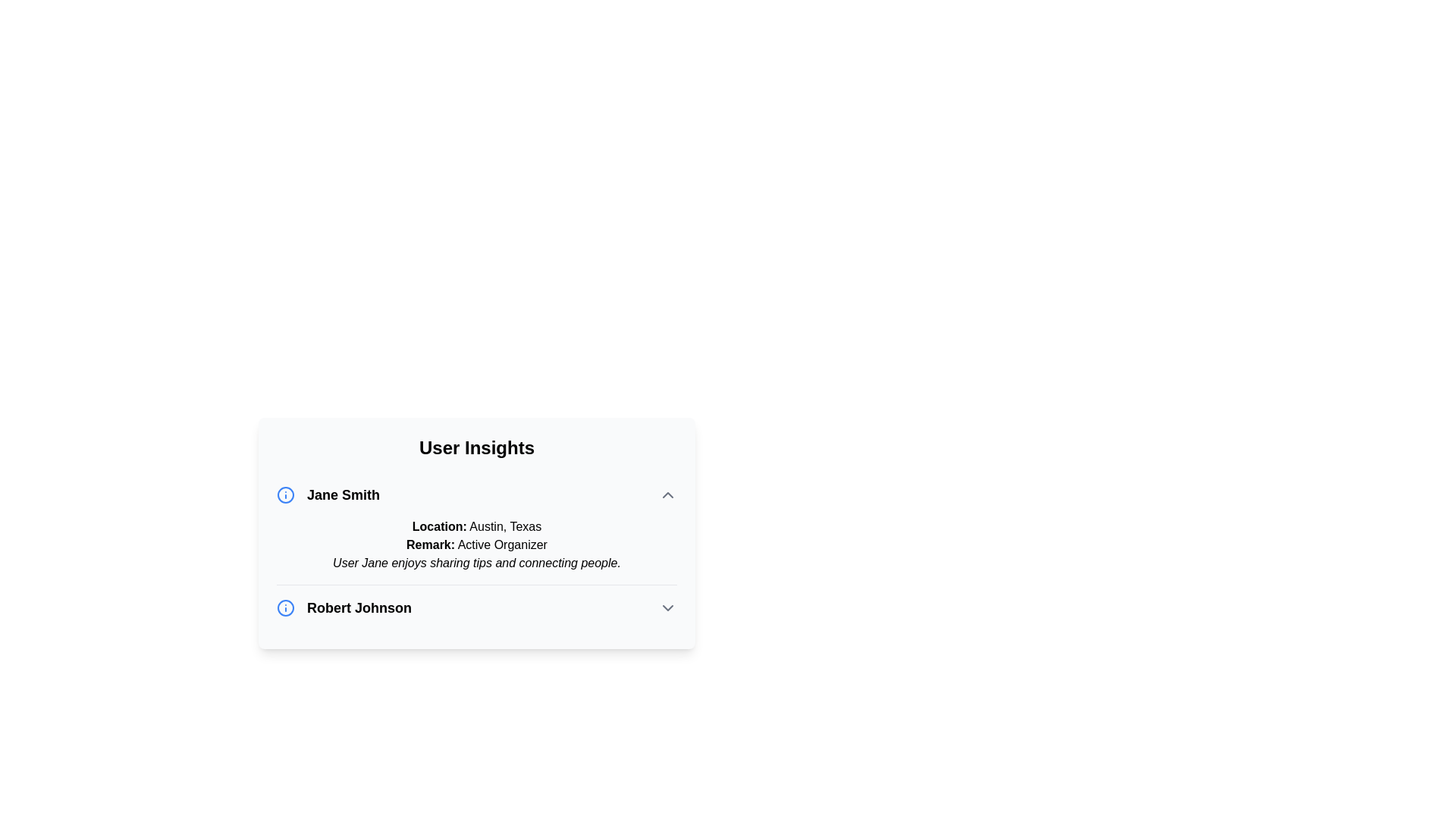  What do you see at coordinates (286, 607) in the screenshot?
I see `the circle within the information icon, which is styled with blue lines and located to the left of the text 'Jane Smith' in the 'User Insights' panel` at bounding box center [286, 607].